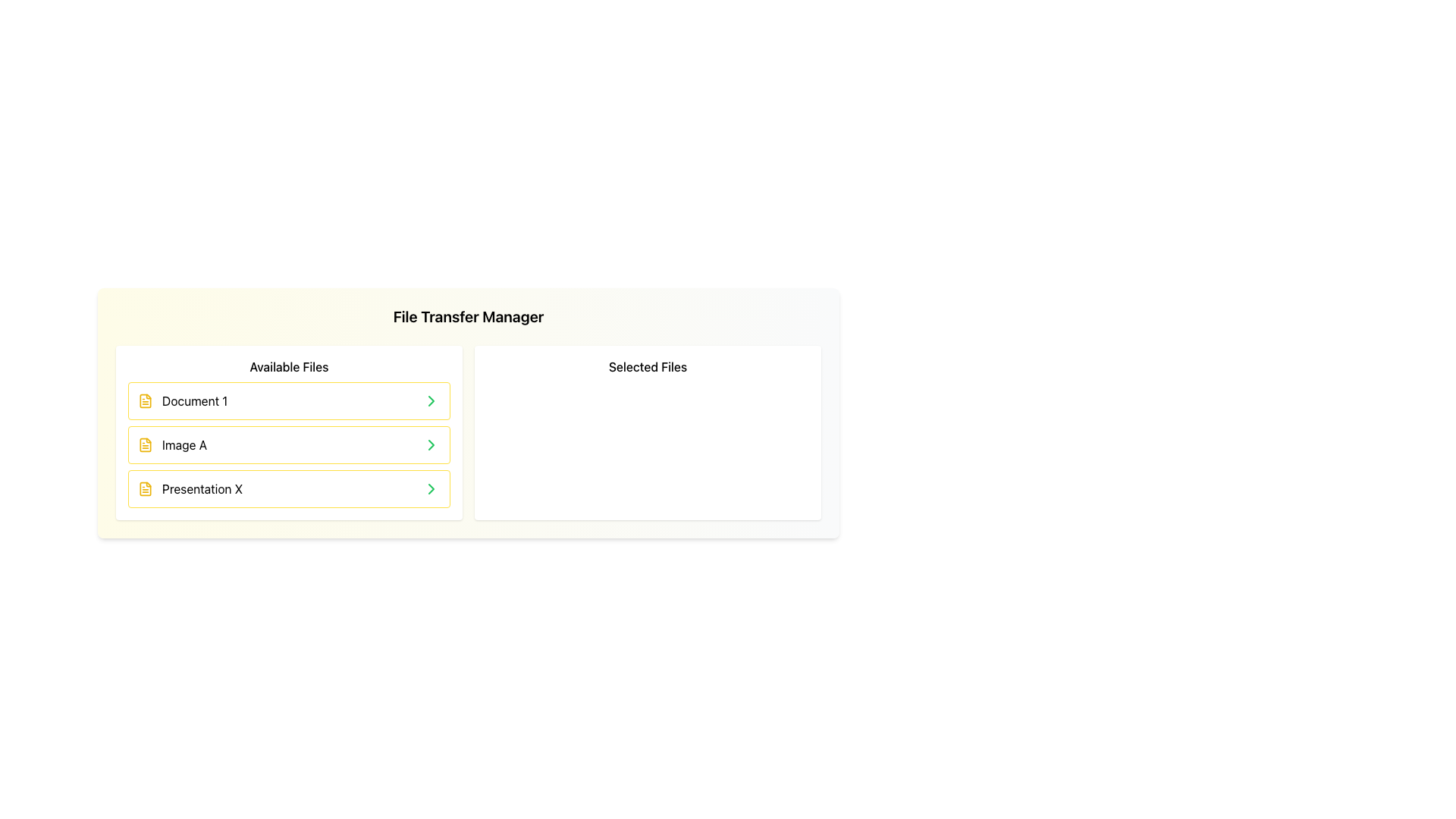  Describe the element at coordinates (431, 400) in the screenshot. I see `the small right-facing chevron arrow icon located in the second row of the 'Available Files' section, aligned to the far right of the row associated with 'Image A'` at that location.